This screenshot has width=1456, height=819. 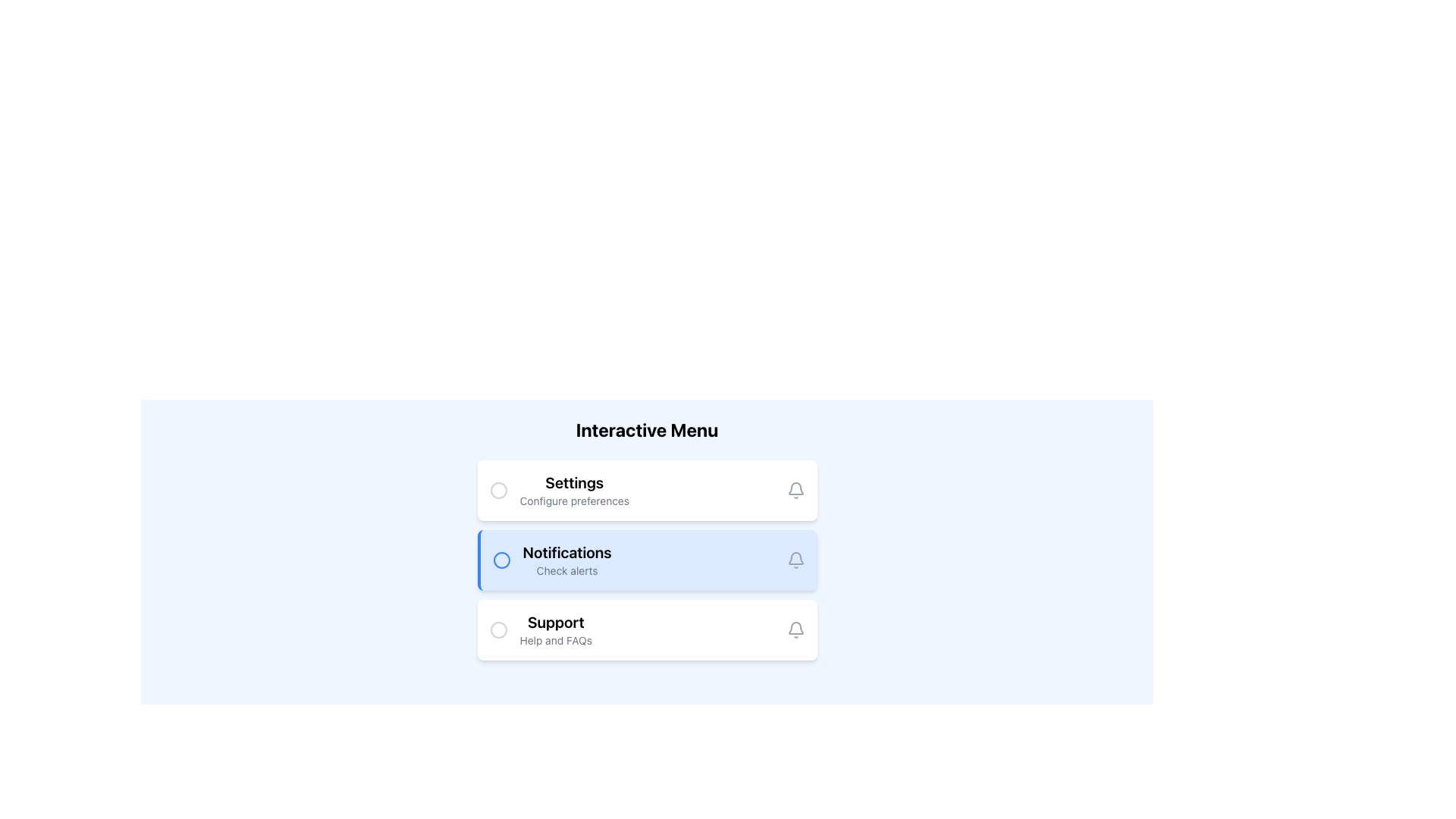 What do you see at coordinates (795, 491) in the screenshot?
I see `the bell icon located at the far right of the 'Settings - Configure preferences' row, which serves as a notification indicator or button` at bounding box center [795, 491].